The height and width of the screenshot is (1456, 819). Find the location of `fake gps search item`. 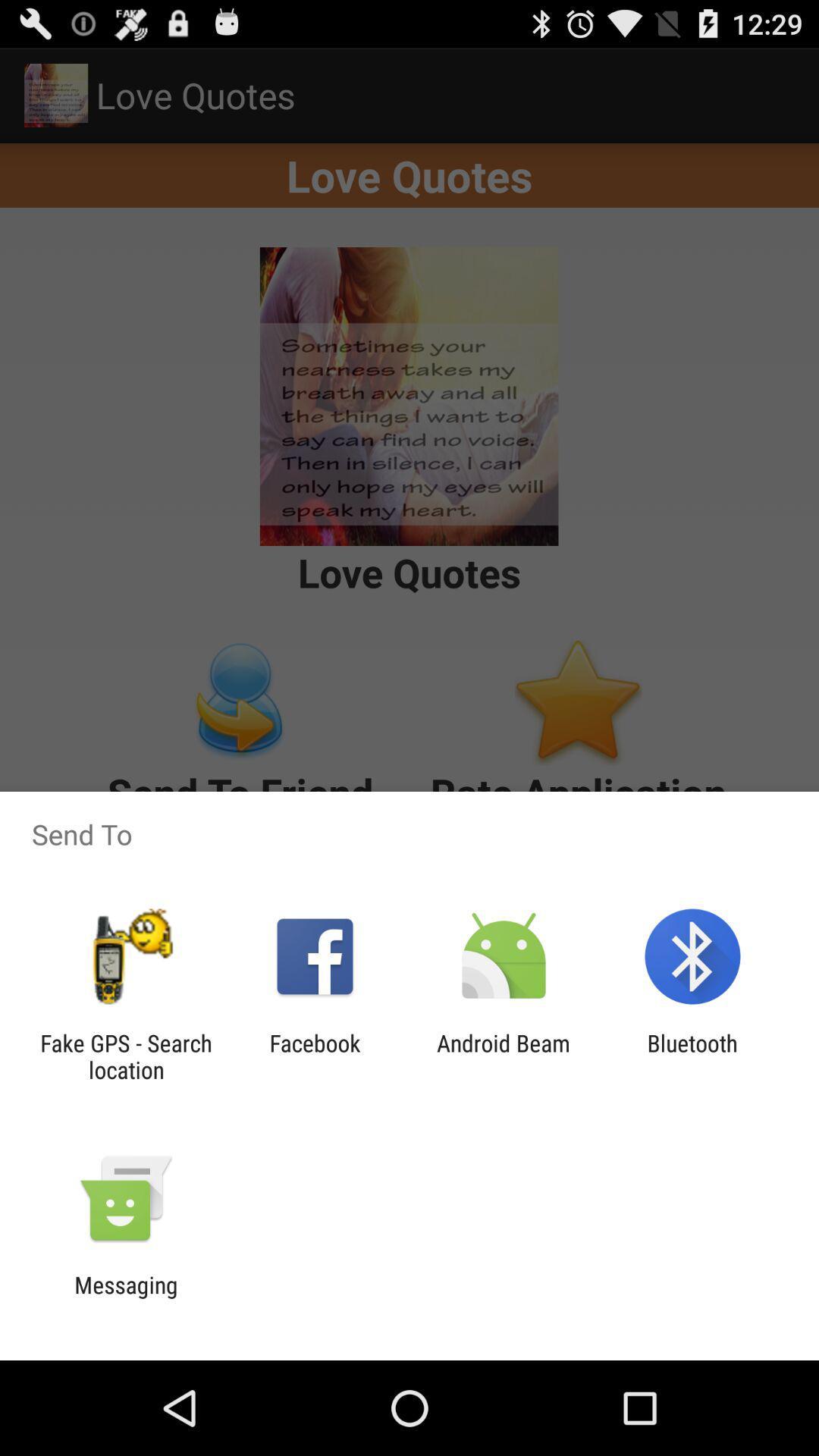

fake gps search item is located at coordinates (125, 1056).